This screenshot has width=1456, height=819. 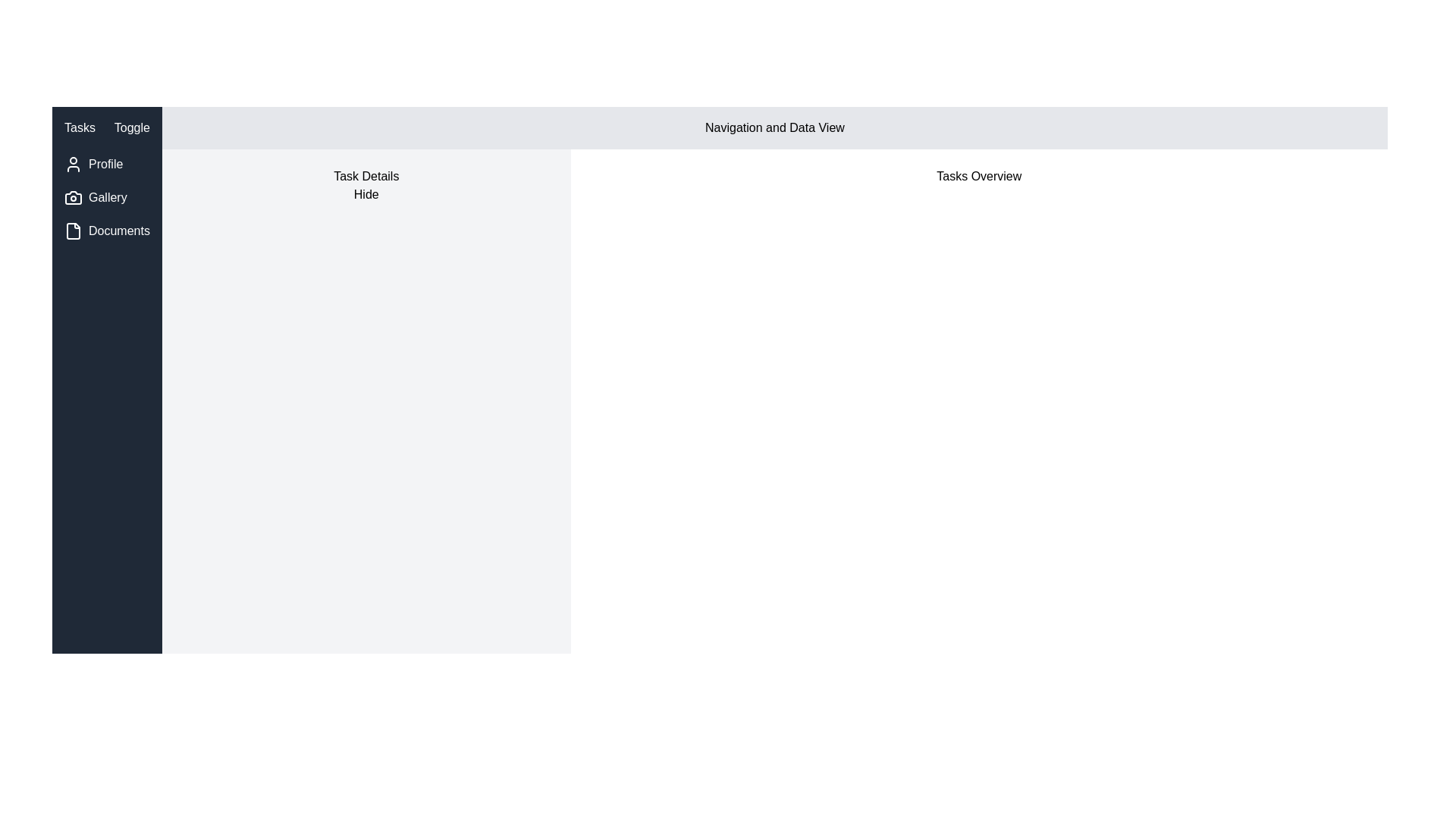 What do you see at coordinates (105, 164) in the screenshot?
I see `the 'Profile' text label element, which is styled in white on a dark blue background and positioned next to a user avatar icon in the left sidebar menu` at bounding box center [105, 164].